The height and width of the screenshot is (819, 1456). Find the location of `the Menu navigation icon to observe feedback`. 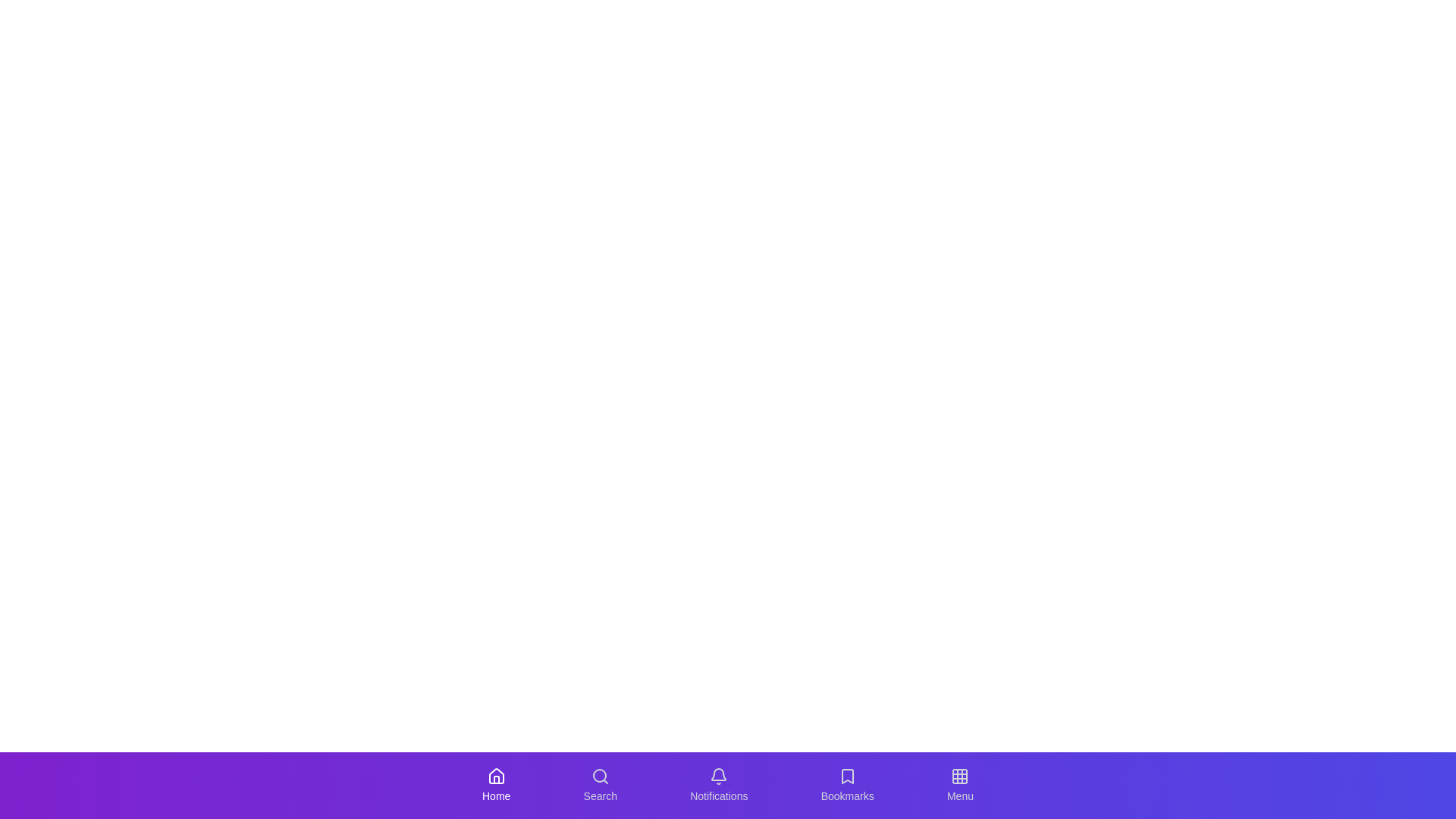

the Menu navigation icon to observe feedback is located at coordinates (959, 785).